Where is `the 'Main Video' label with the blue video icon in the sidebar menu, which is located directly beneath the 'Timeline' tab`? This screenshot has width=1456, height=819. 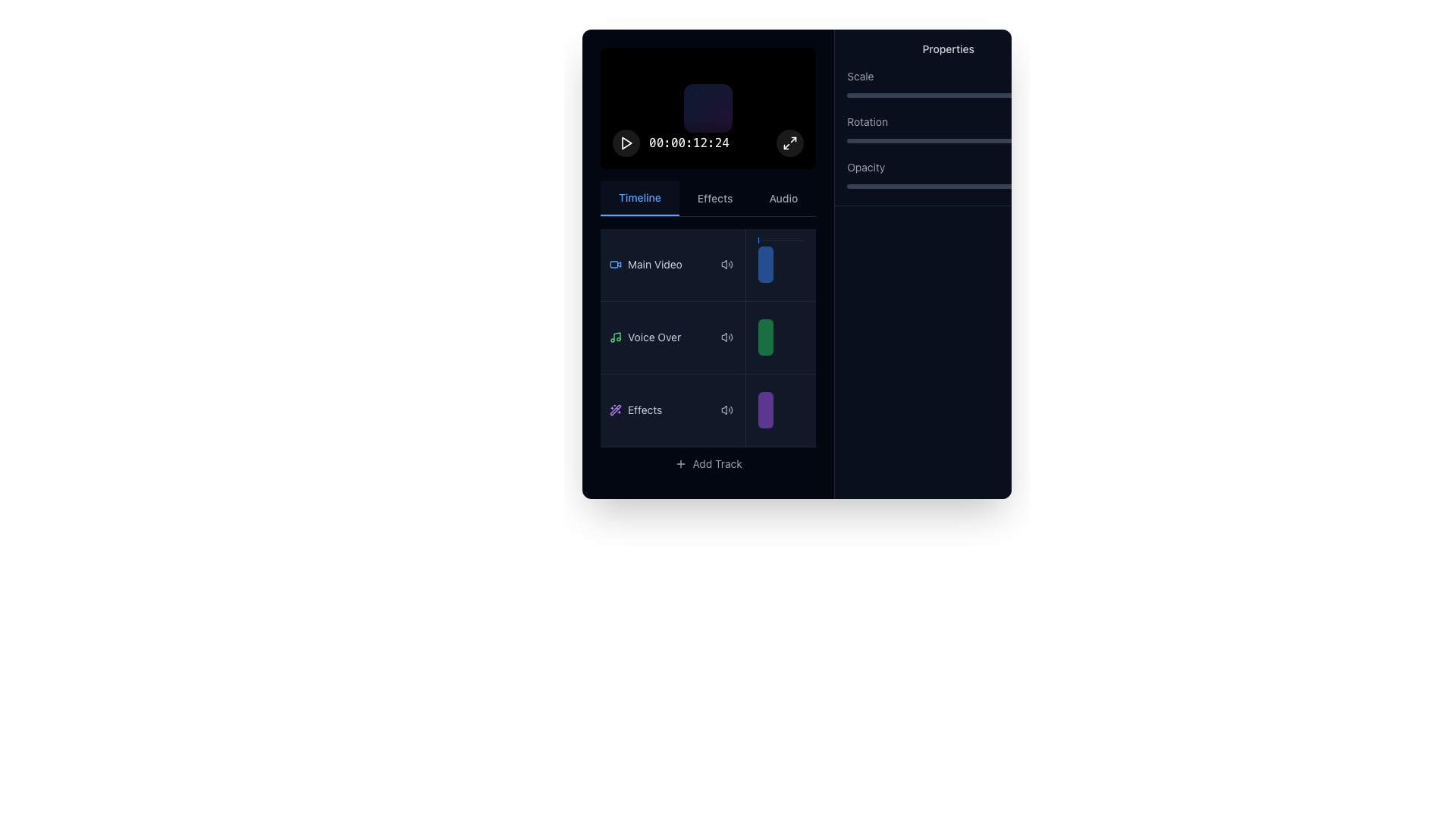
the 'Main Video' label with the blue video icon in the sidebar menu, which is located directly beneath the 'Timeline' tab is located at coordinates (645, 264).